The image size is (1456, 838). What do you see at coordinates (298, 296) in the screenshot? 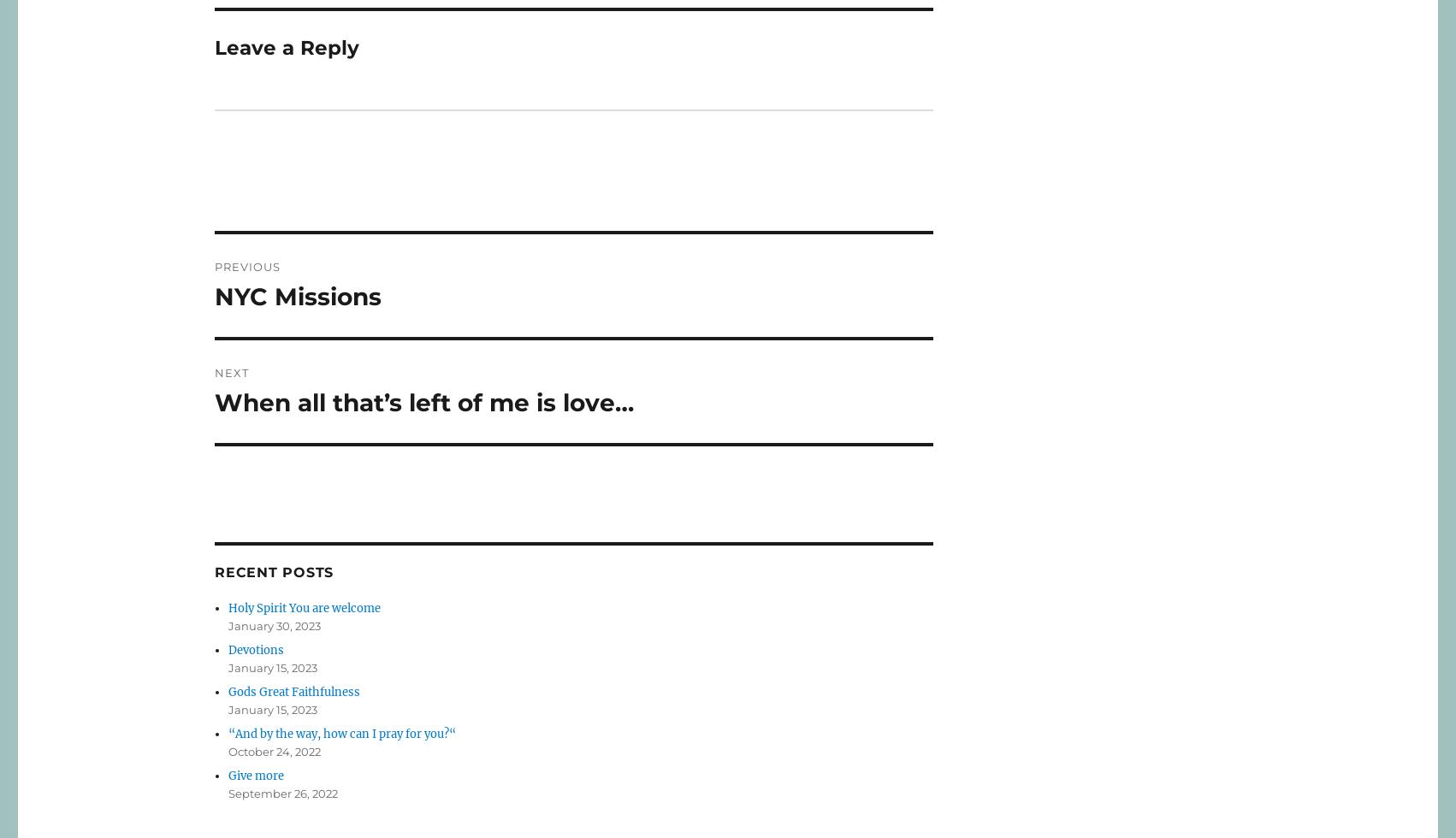
I see `'NYC Missions'` at bounding box center [298, 296].